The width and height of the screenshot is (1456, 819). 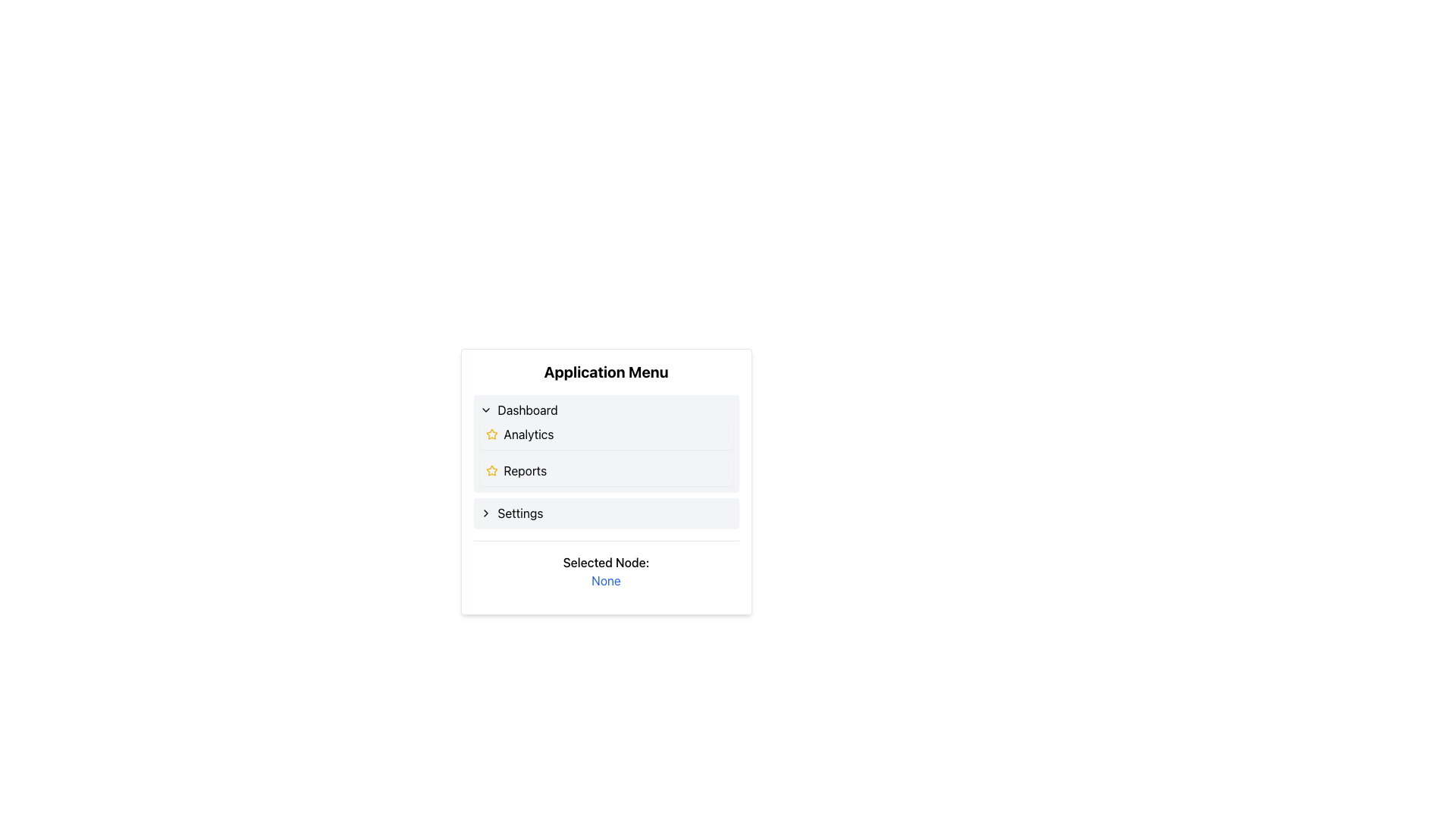 I want to click on the 'Settings' button located in the bottom section of the application menu to trigger a hover effect, so click(x=605, y=513).